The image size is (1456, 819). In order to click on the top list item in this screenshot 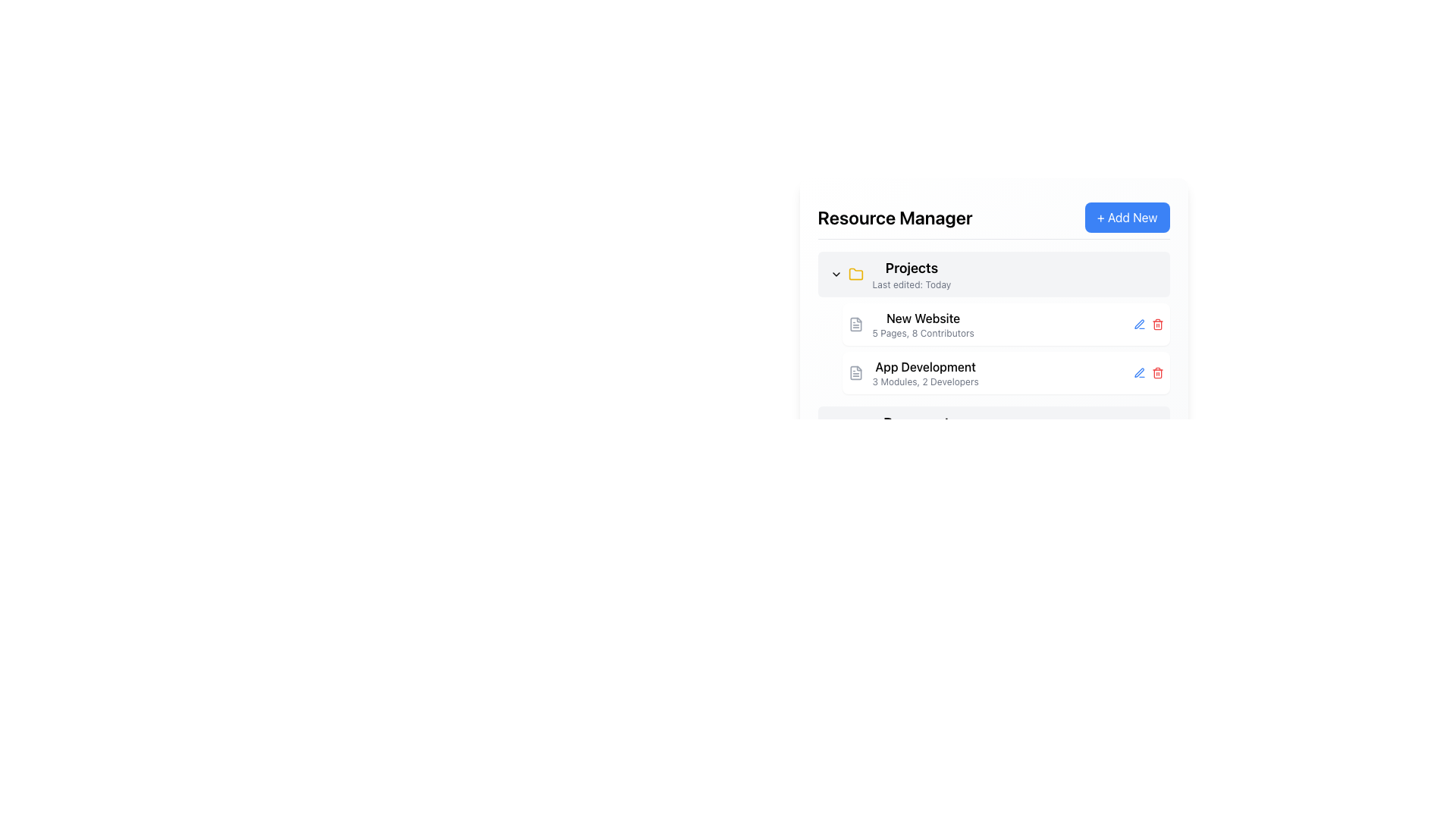, I will do `click(910, 324)`.